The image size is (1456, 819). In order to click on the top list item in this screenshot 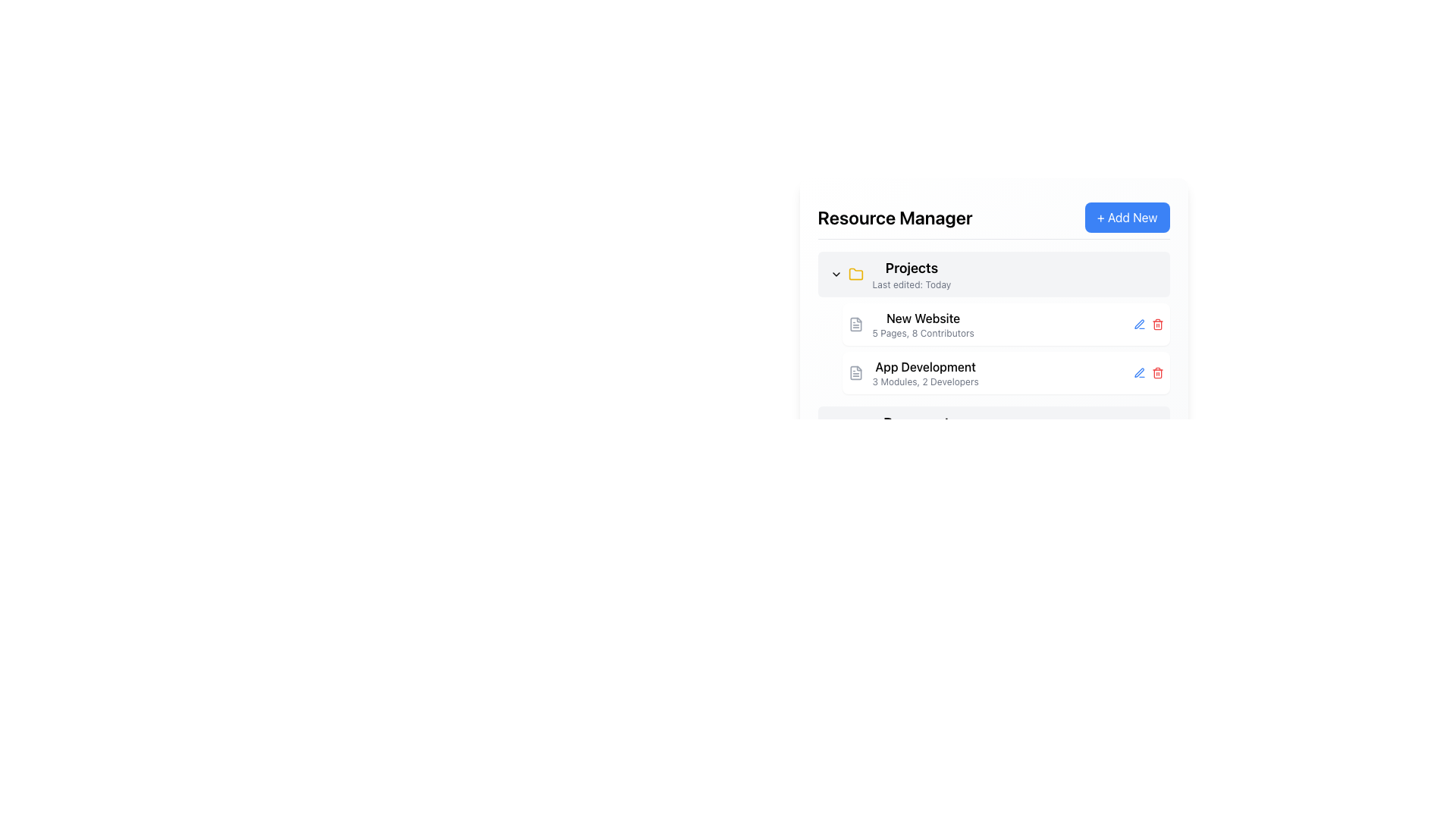, I will do `click(910, 324)`.